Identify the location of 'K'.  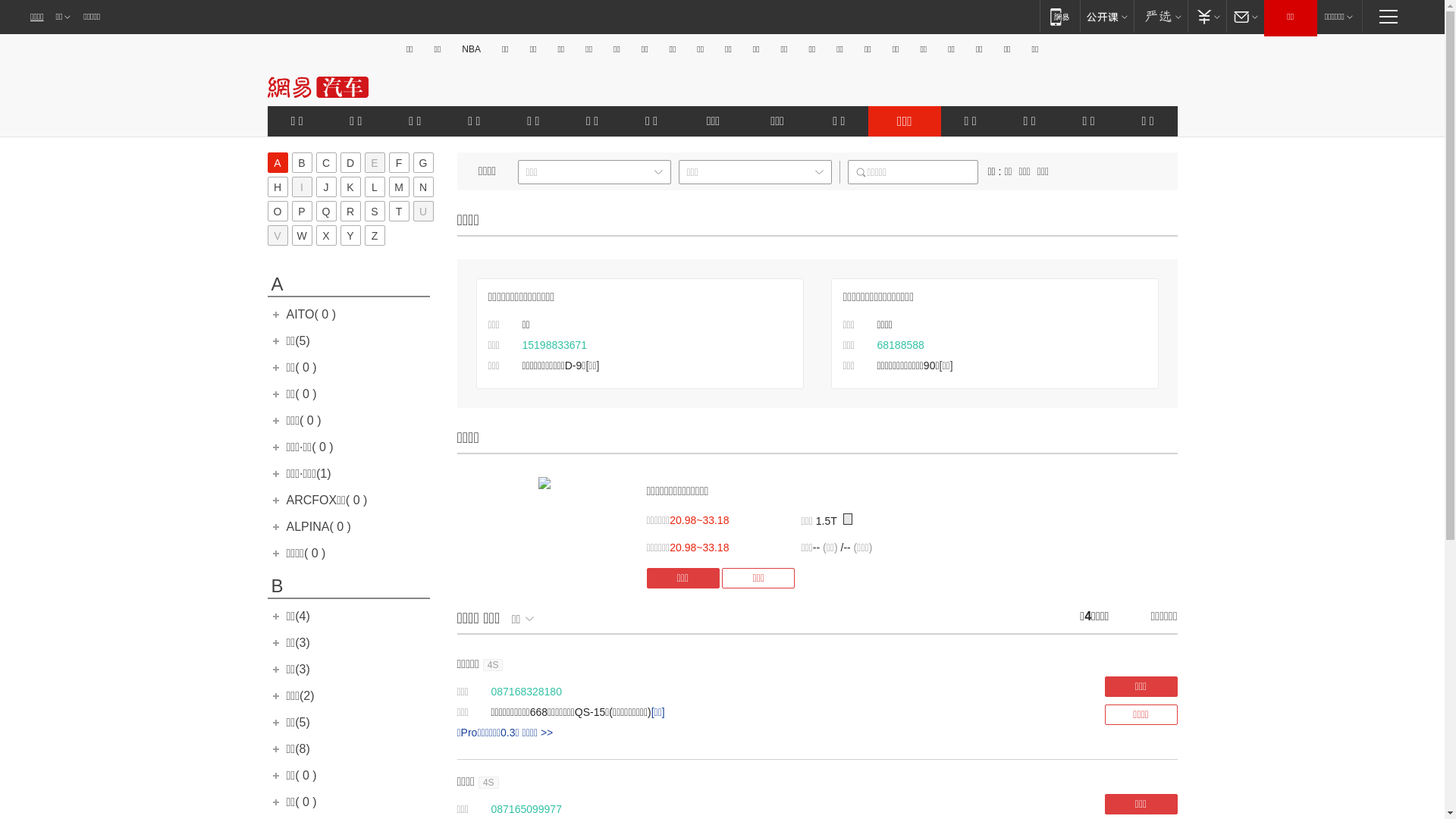
(338, 186).